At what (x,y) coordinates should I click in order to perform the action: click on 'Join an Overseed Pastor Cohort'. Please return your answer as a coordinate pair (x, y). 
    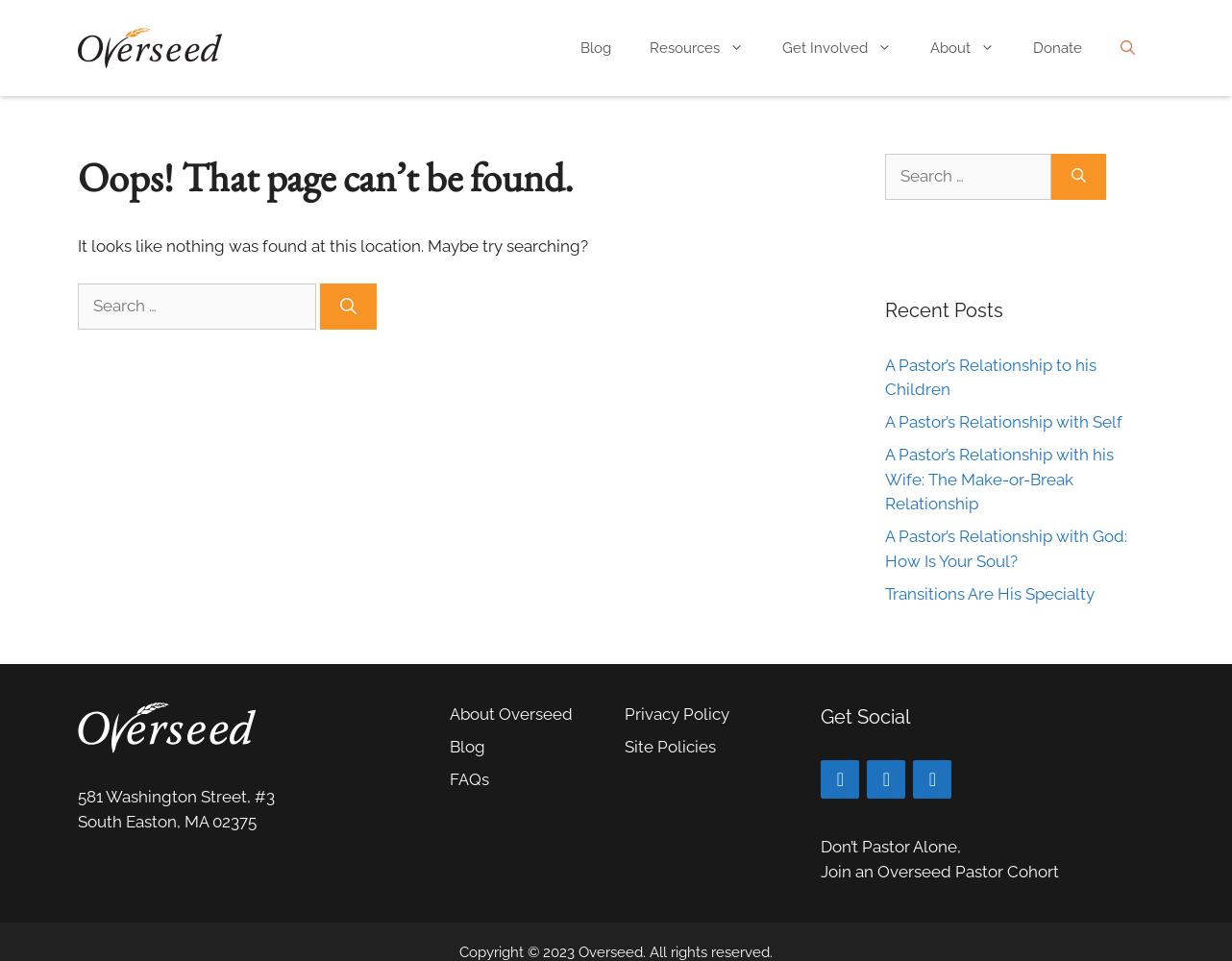
    Looking at the image, I should click on (939, 871).